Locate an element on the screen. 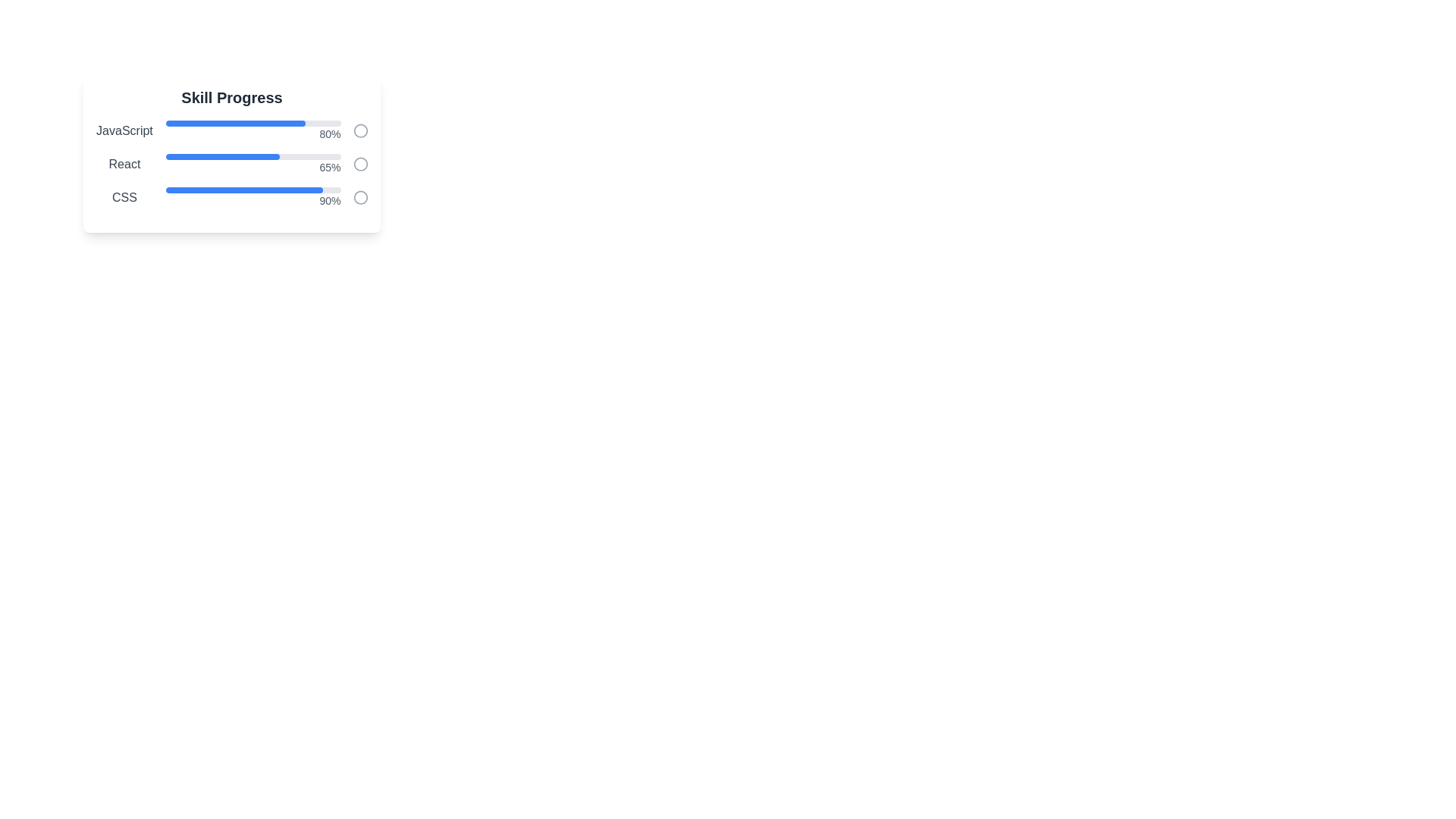  the decorative SVG circle icon indicating the CSS skill level, located at the far right end of the CSS skill progress row is located at coordinates (359, 197).